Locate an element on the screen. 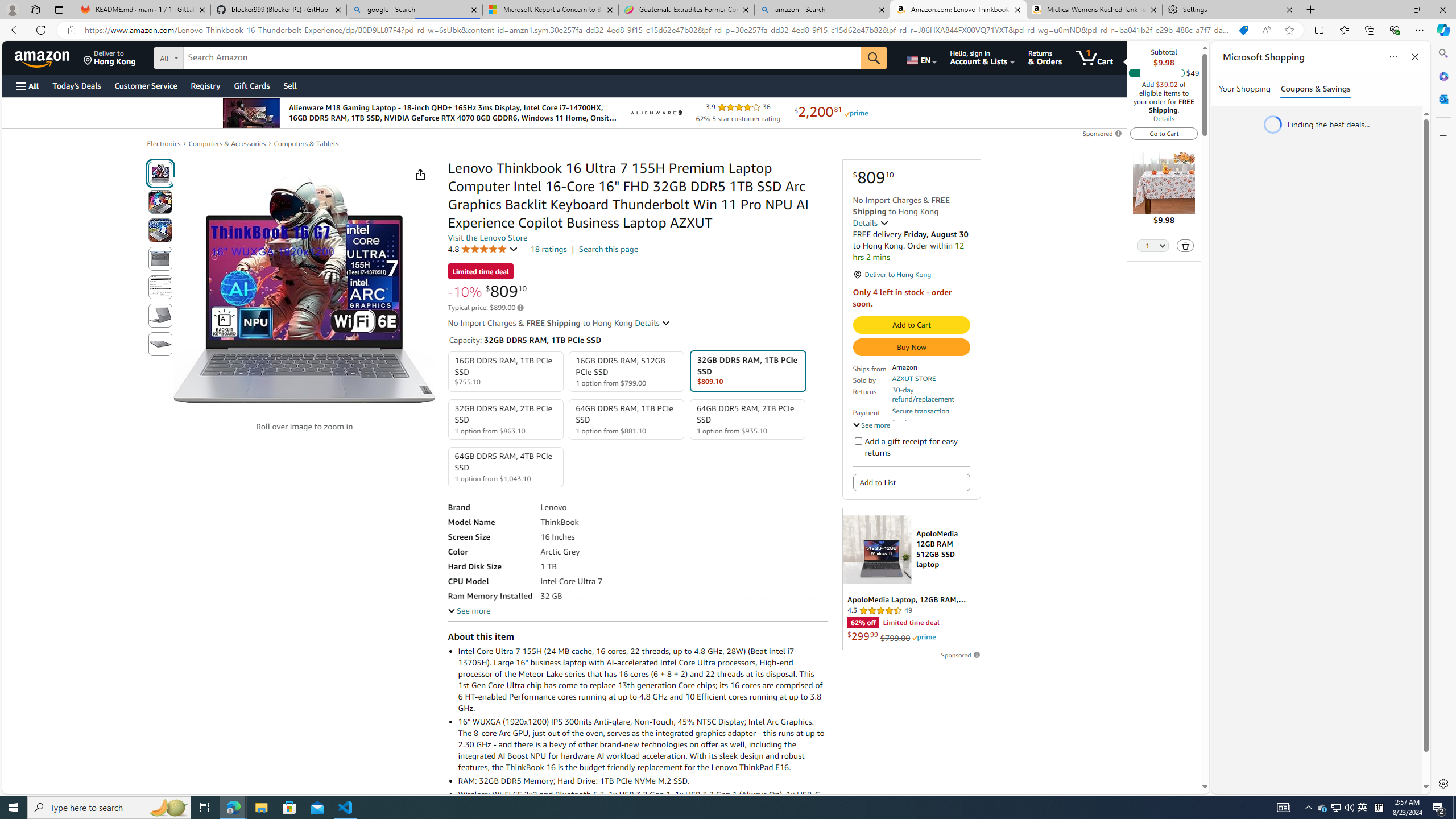 The height and width of the screenshot is (819, 1456). 'Returns & Orders' is located at coordinates (1045, 57).